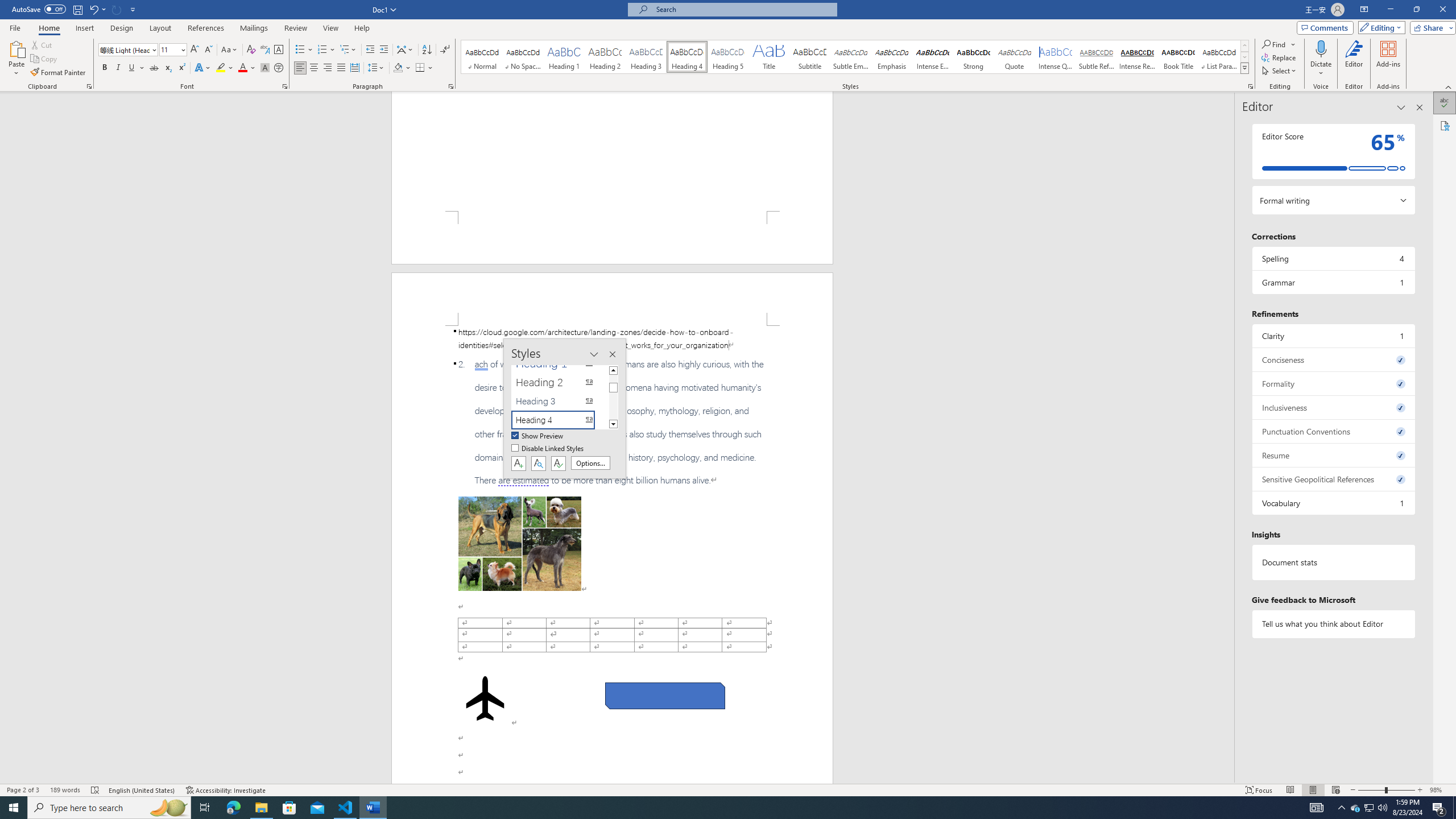  I want to click on 'Font Color', so click(246, 67).